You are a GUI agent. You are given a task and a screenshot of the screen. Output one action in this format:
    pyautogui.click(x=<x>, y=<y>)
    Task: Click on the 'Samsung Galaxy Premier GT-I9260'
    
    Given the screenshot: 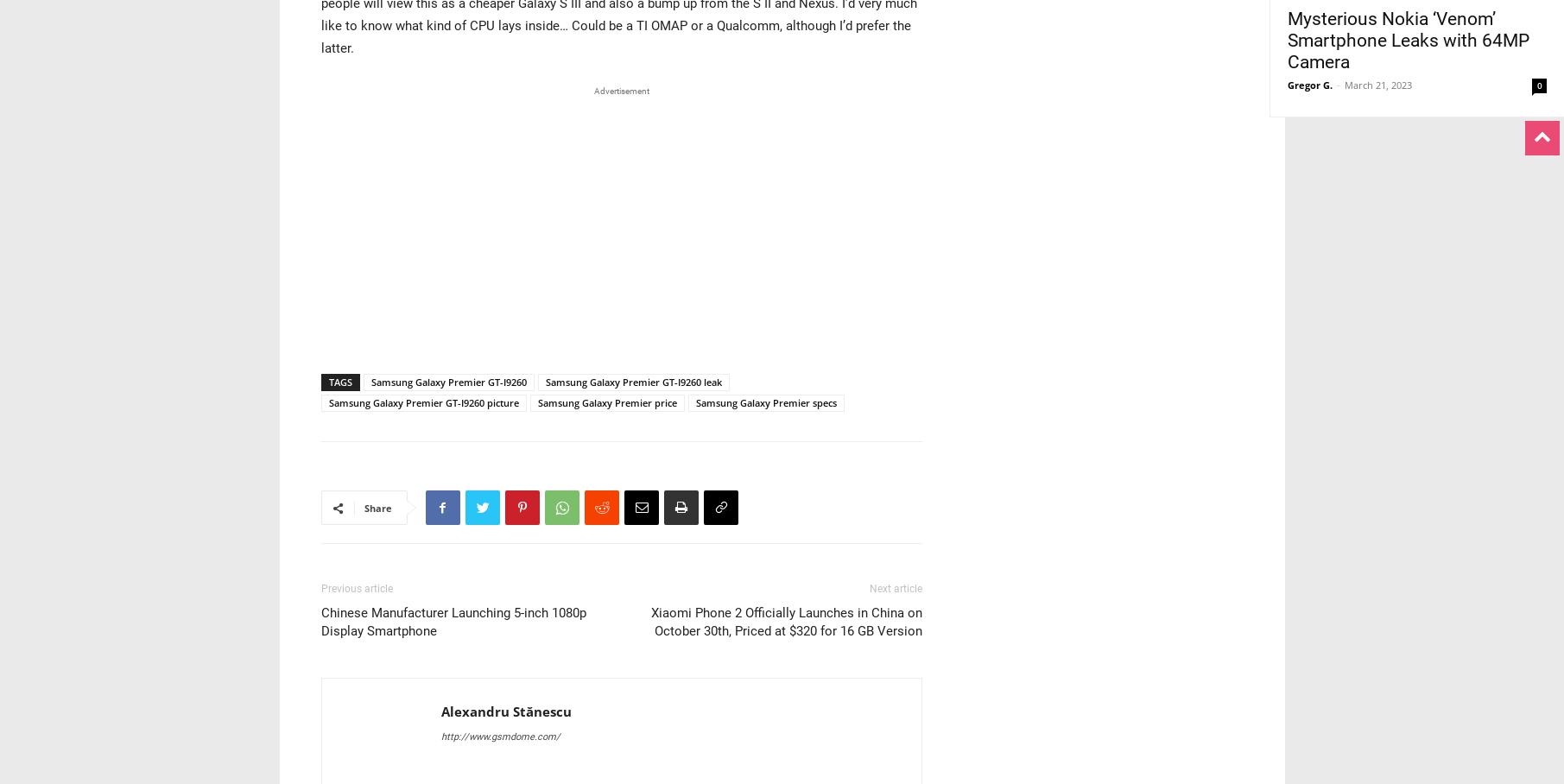 What is the action you would take?
    pyautogui.click(x=447, y=382)
    